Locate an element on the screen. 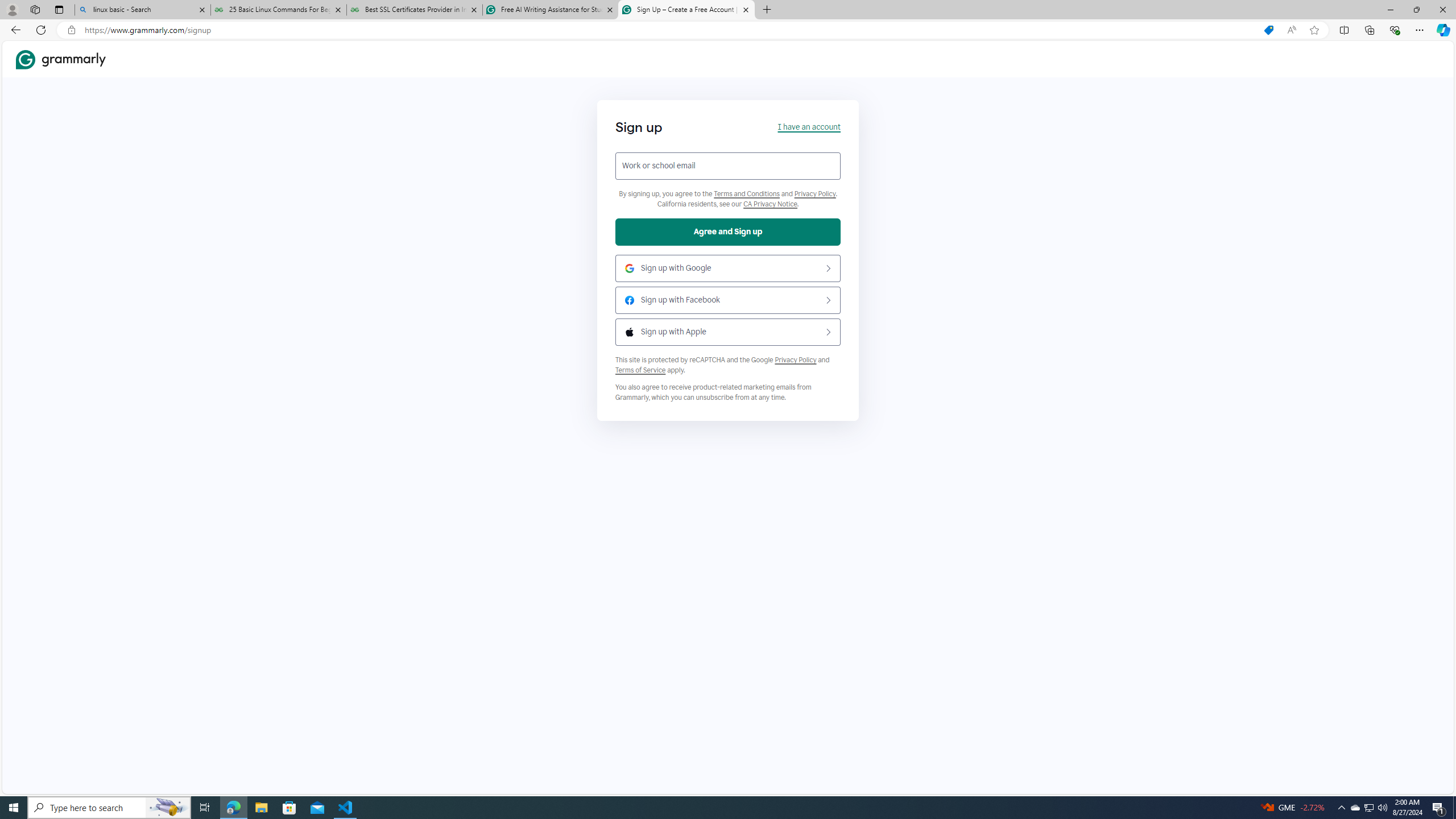 The image size is (1456, 819). 'Grammarly Home' is located at coordinates (60, 59).